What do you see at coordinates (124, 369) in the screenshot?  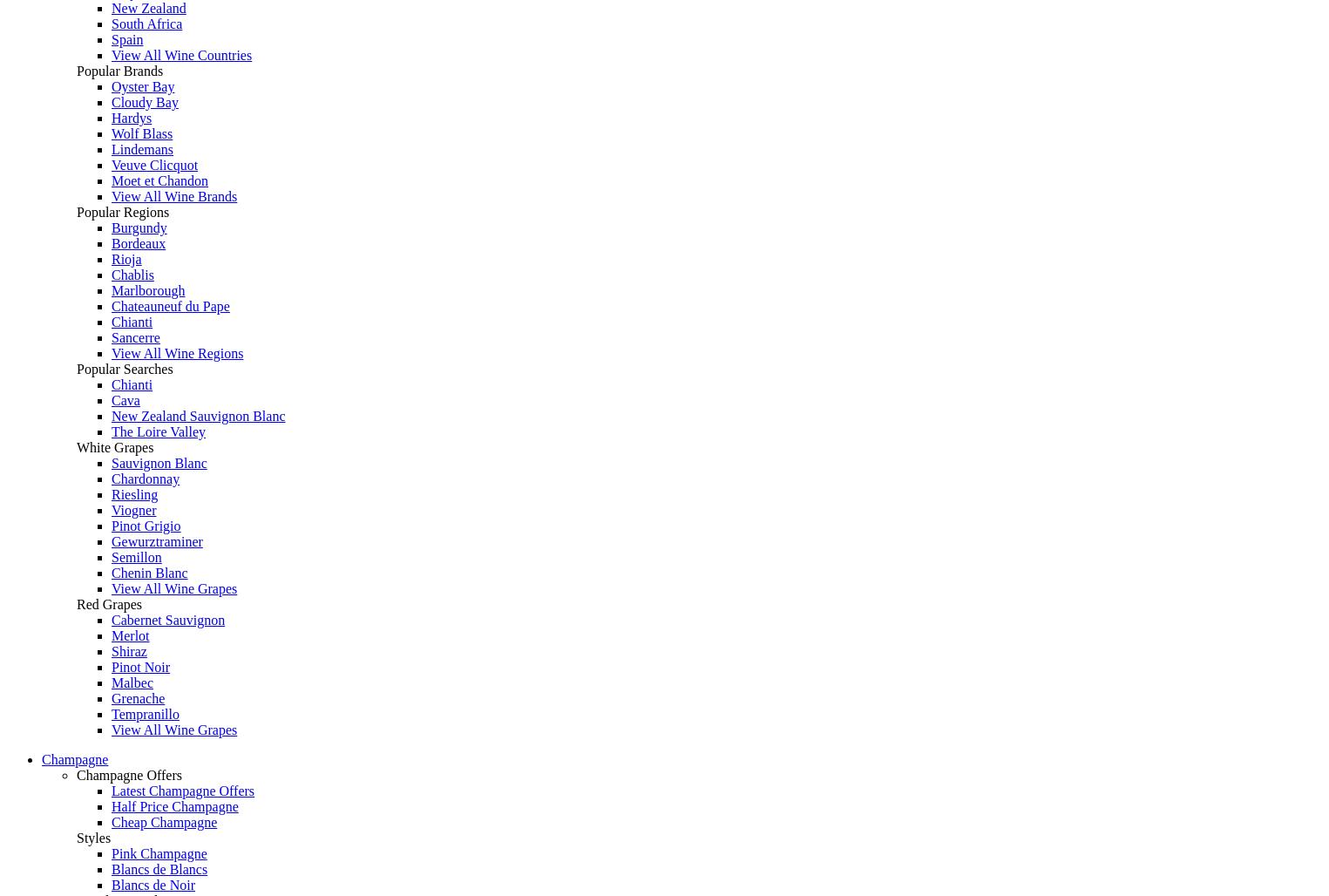 I see `'Popular Searches'` at bounding box center [124, 369].